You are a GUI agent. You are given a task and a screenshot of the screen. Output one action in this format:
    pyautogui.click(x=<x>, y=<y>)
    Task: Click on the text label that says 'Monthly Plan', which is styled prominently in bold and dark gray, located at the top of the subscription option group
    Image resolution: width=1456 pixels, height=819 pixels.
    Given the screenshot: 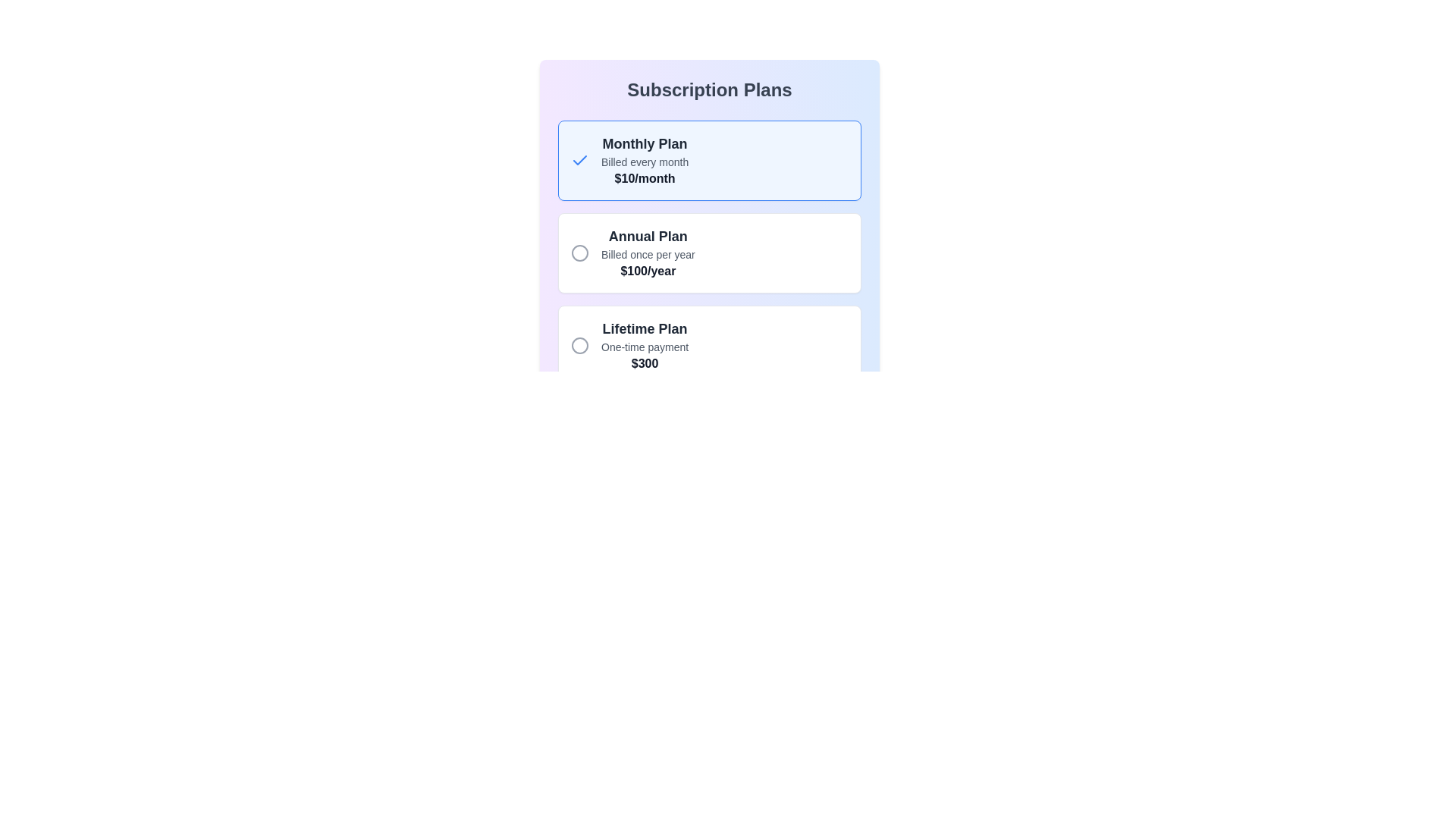 What is the action you would take?
    pyautogui.click(x=645, y=143)
    